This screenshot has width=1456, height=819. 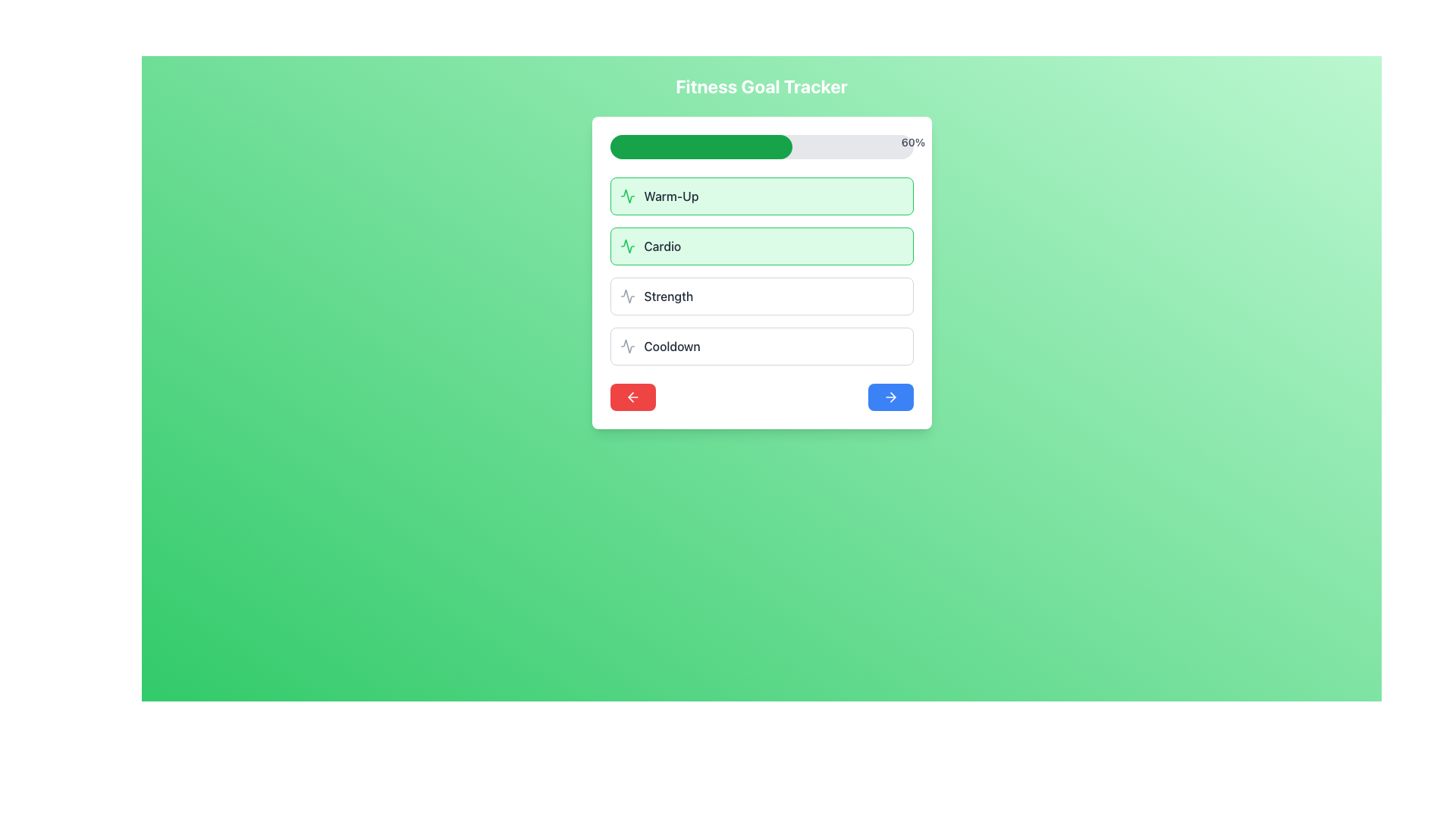 What do you see at coordinates (627, 346) in the screenshot?
I see `the electrocardiogram wave icon located to the left of the 'Cooldown' text in the fourth item of the vertical list` at bounding box center [627, 346].